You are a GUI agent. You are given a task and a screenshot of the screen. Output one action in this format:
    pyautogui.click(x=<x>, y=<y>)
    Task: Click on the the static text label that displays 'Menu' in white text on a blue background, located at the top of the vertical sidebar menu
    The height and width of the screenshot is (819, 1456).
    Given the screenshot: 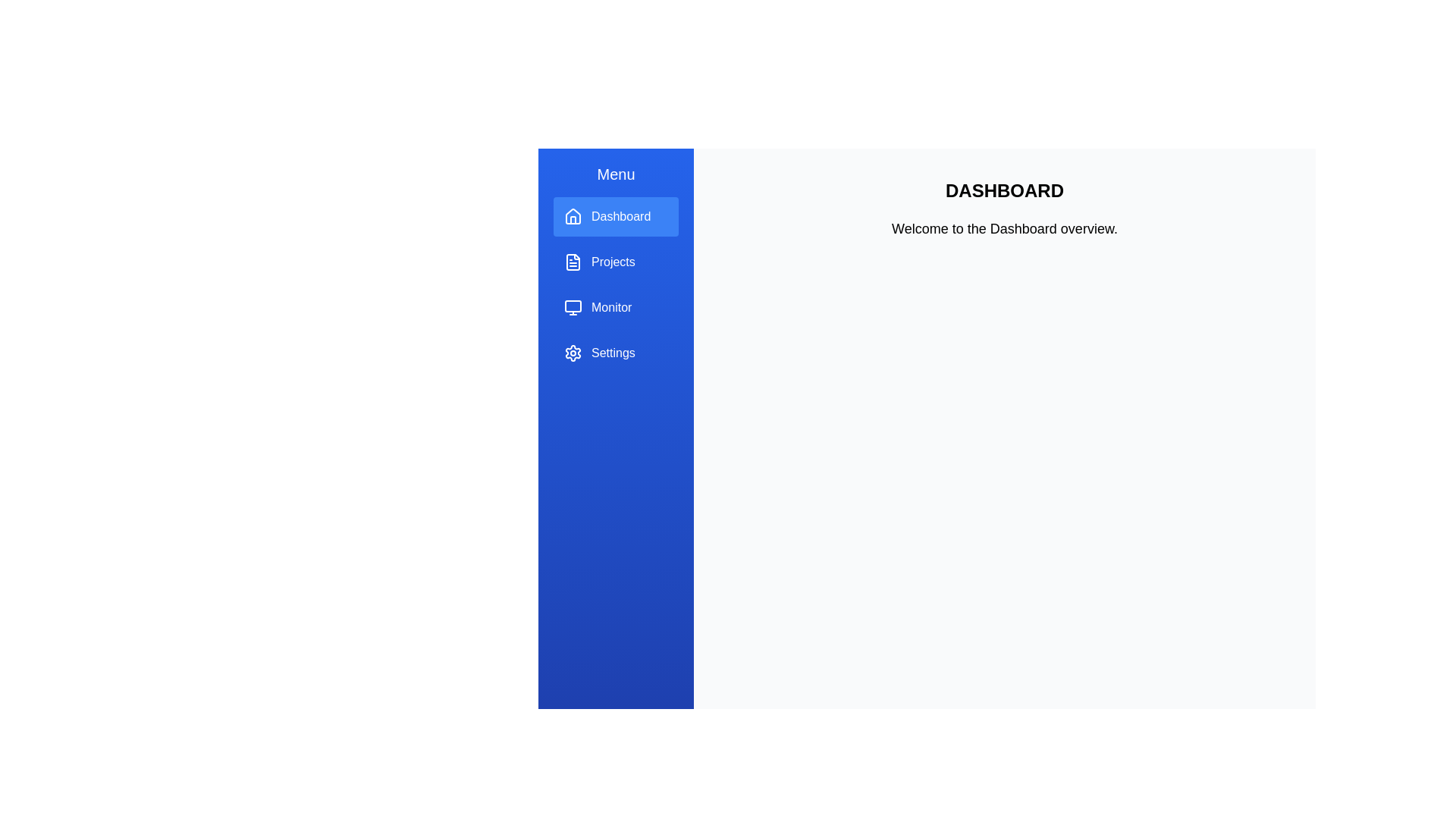 What is the action you would take?
    pyautogui.click(x=616, y=174)
    